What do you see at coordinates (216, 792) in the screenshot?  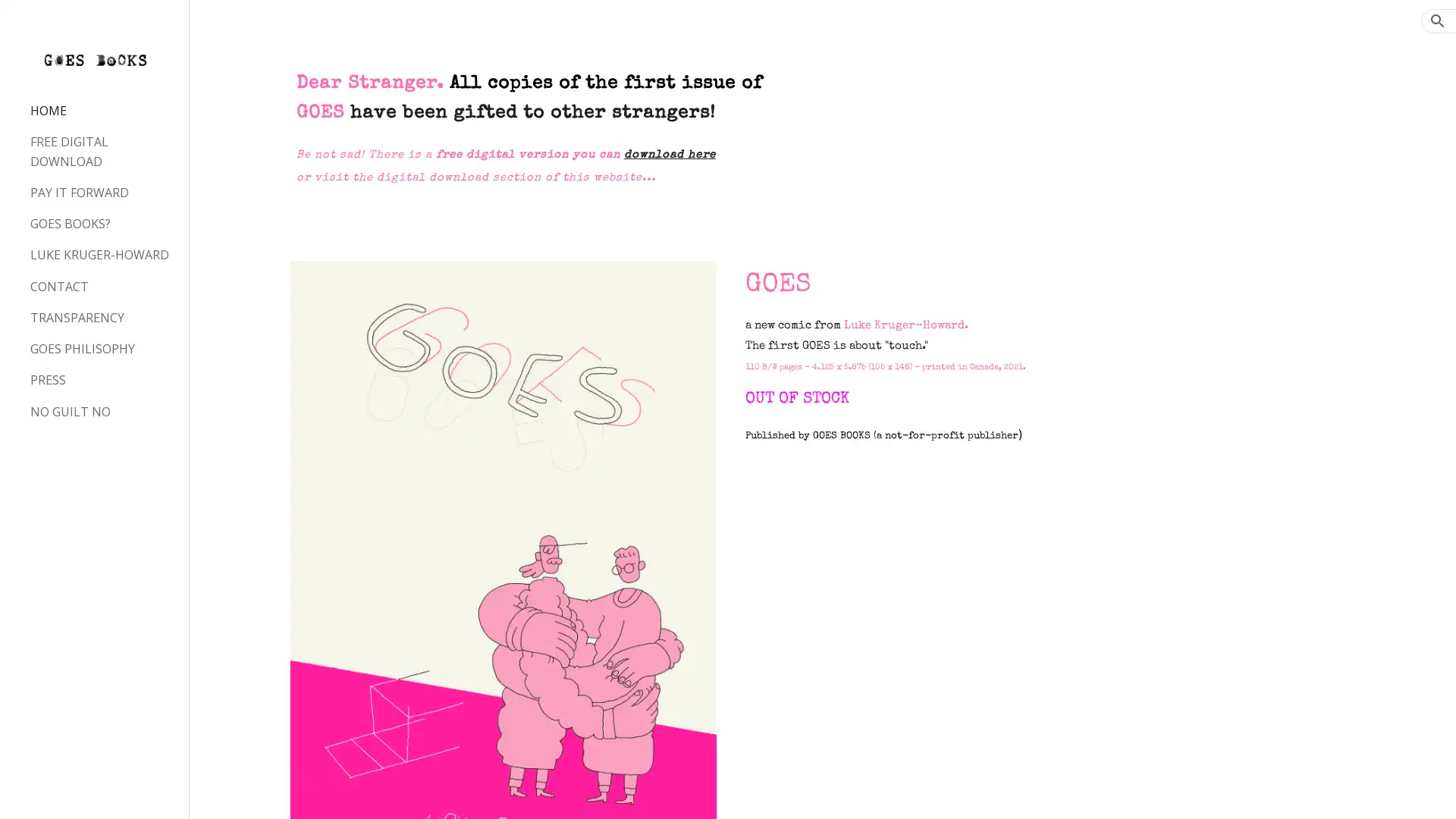 I see `Site actions` at bounding box center [216, 792].